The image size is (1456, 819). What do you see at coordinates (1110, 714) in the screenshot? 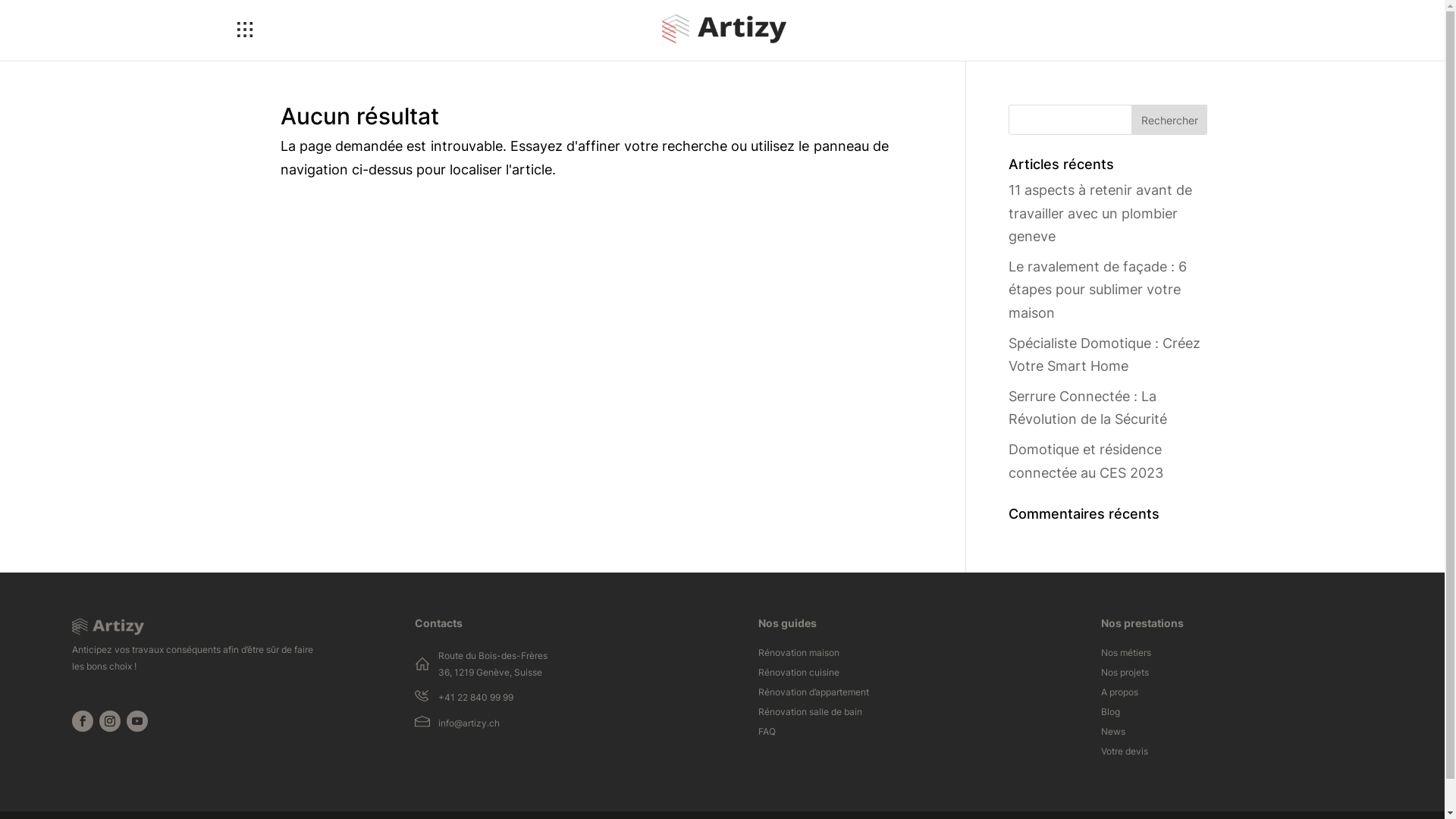
I see `'Blog'` at bounding box center [1110, 714].